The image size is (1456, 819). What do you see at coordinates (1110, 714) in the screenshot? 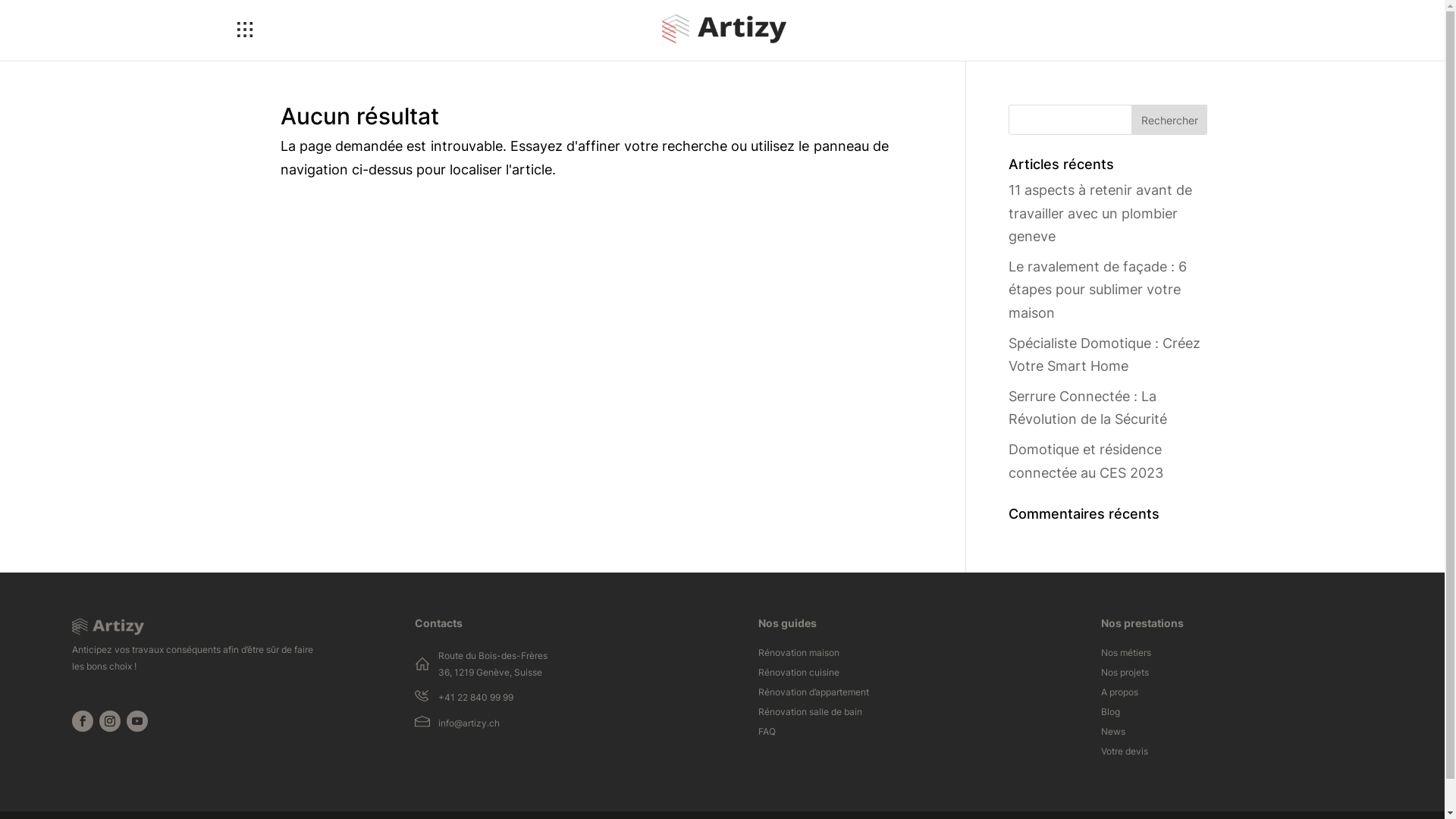
I see `'Blog'` at bounding box center [1110, 714].